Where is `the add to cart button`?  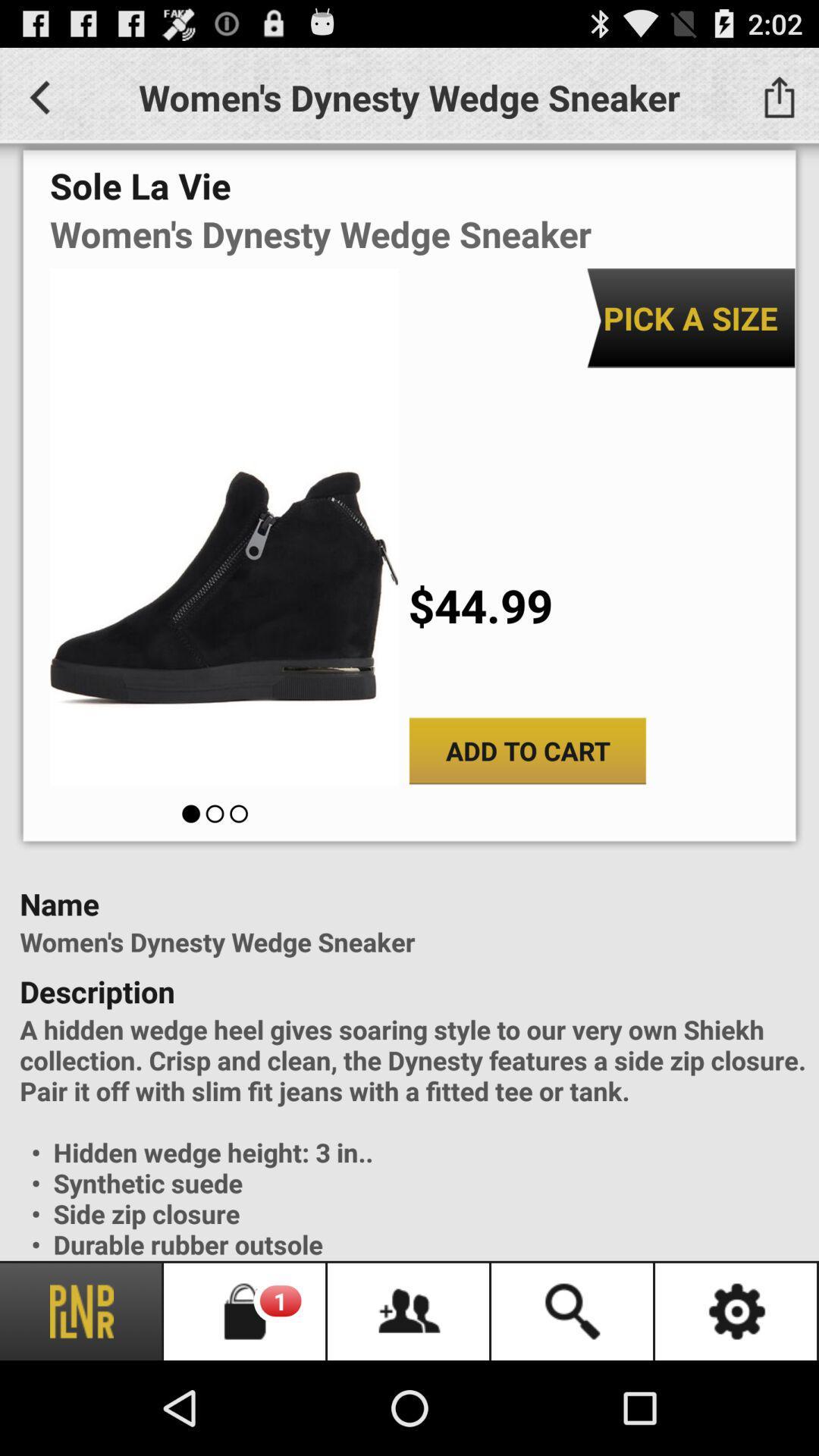
the add to cart button is located at coordinates (526, 751).